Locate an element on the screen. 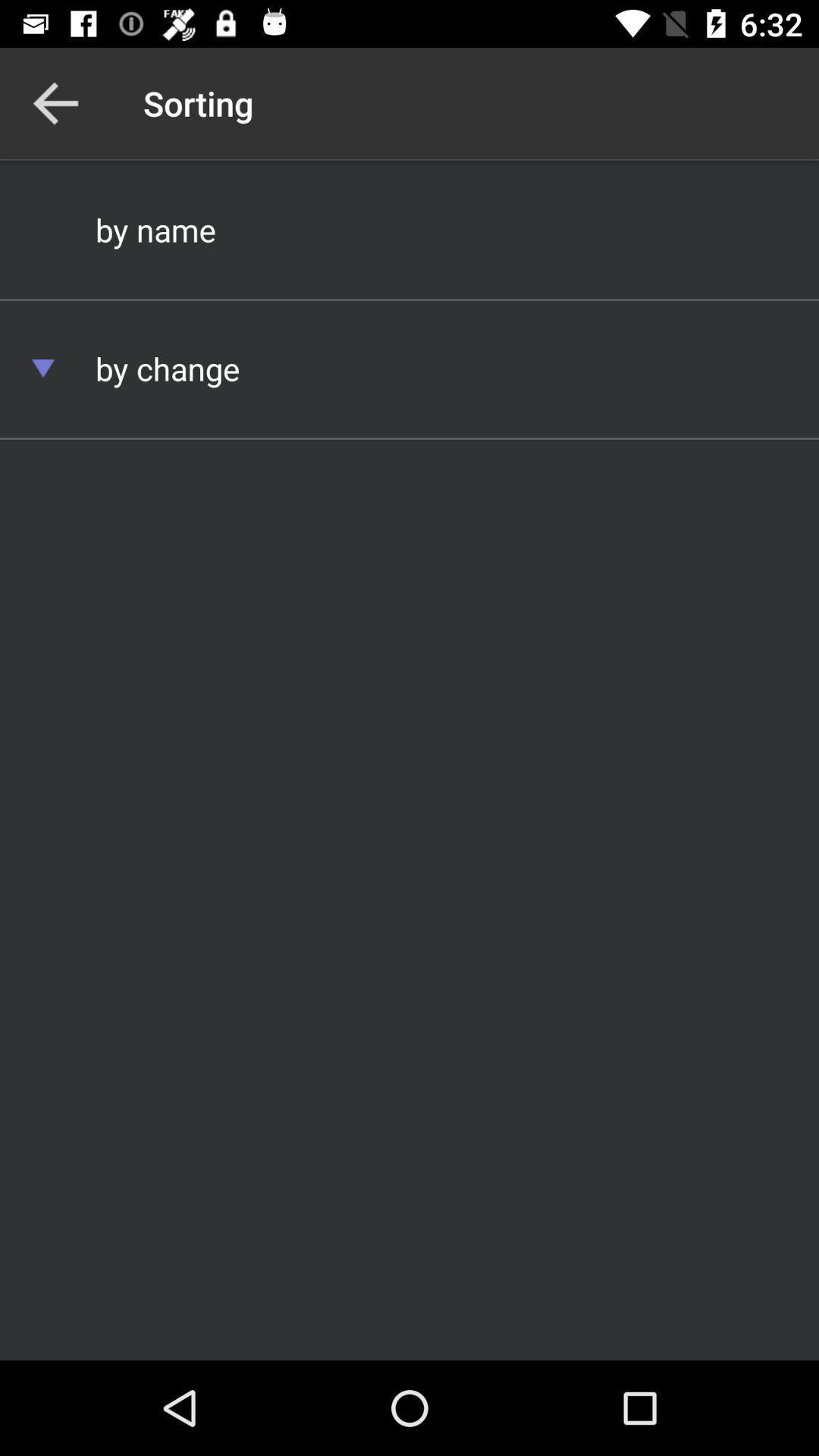 The height and width of the screenshot is (1456, 819). the item below by name is located at coordinates (409, 368).